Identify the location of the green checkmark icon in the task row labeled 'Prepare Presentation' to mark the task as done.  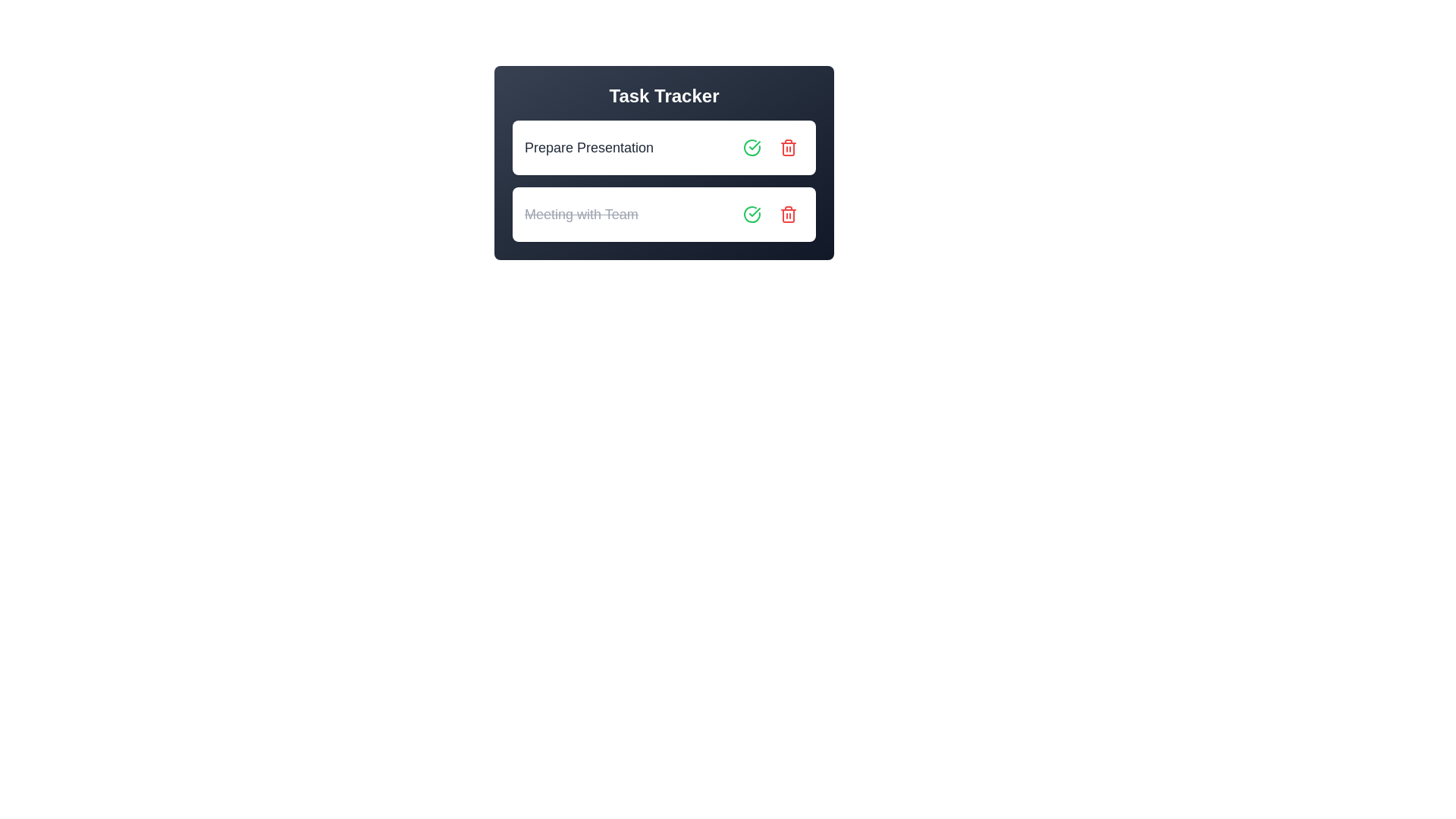
(755, 212).